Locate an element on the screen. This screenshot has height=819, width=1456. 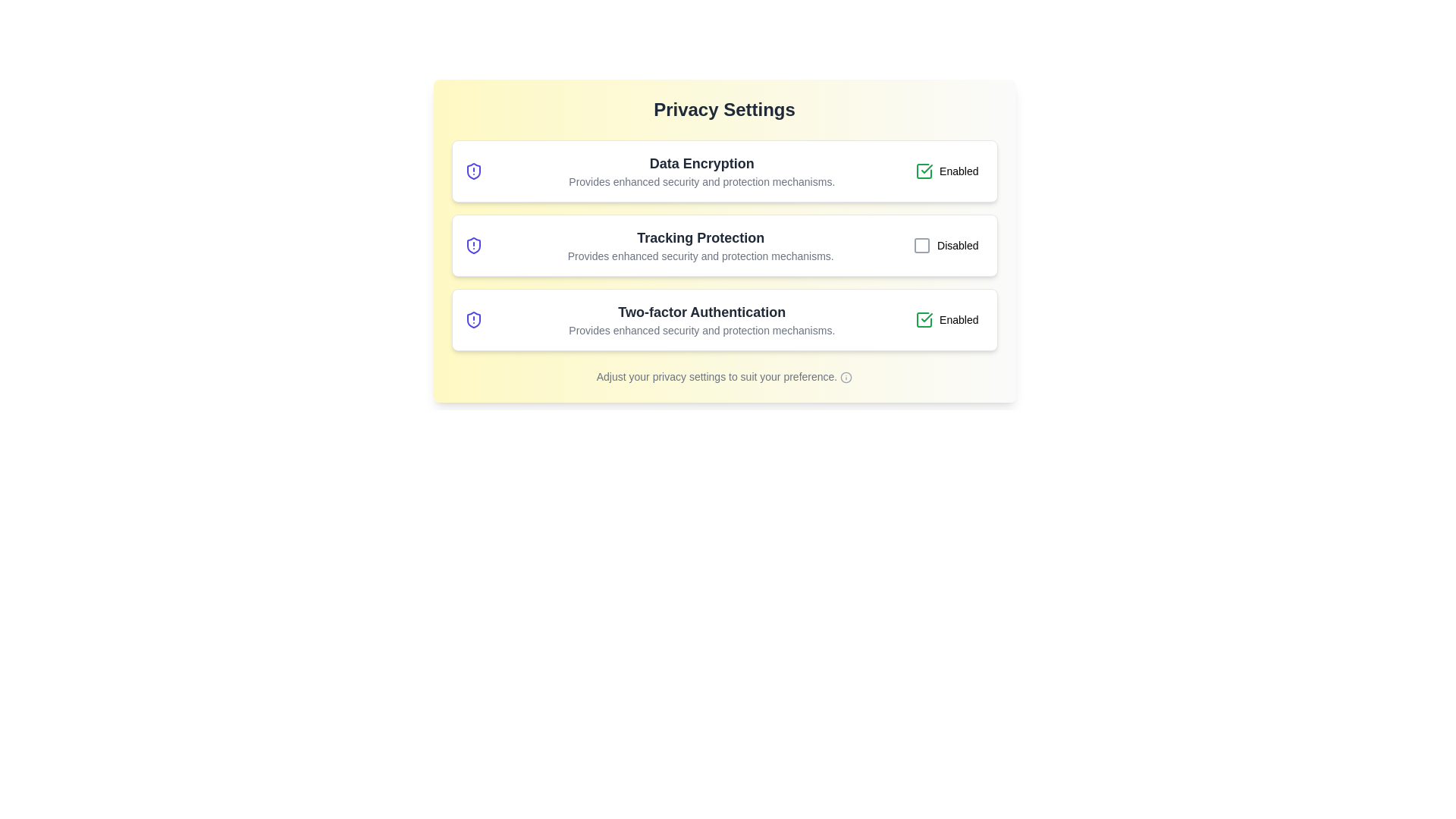
the small green checkmark icon located in the 'Two-factor Authentication' section of the 'Privacy Settings' layout is located at coordinates (926, 317).